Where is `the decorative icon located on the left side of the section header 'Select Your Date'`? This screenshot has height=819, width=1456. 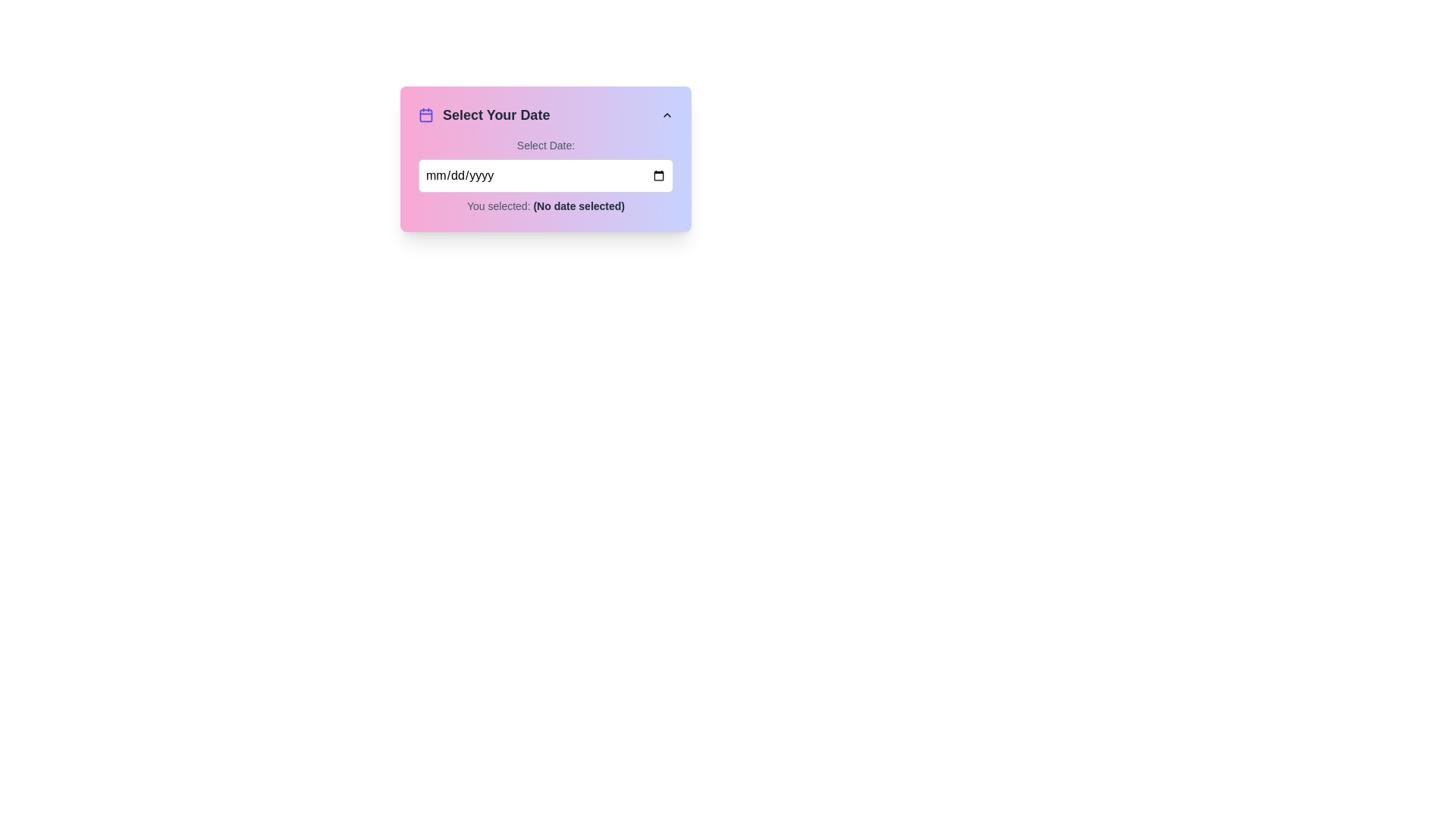 the decorative icon located on the left side of the section header 'Select Your Date' is located at coordinates (425, 114).